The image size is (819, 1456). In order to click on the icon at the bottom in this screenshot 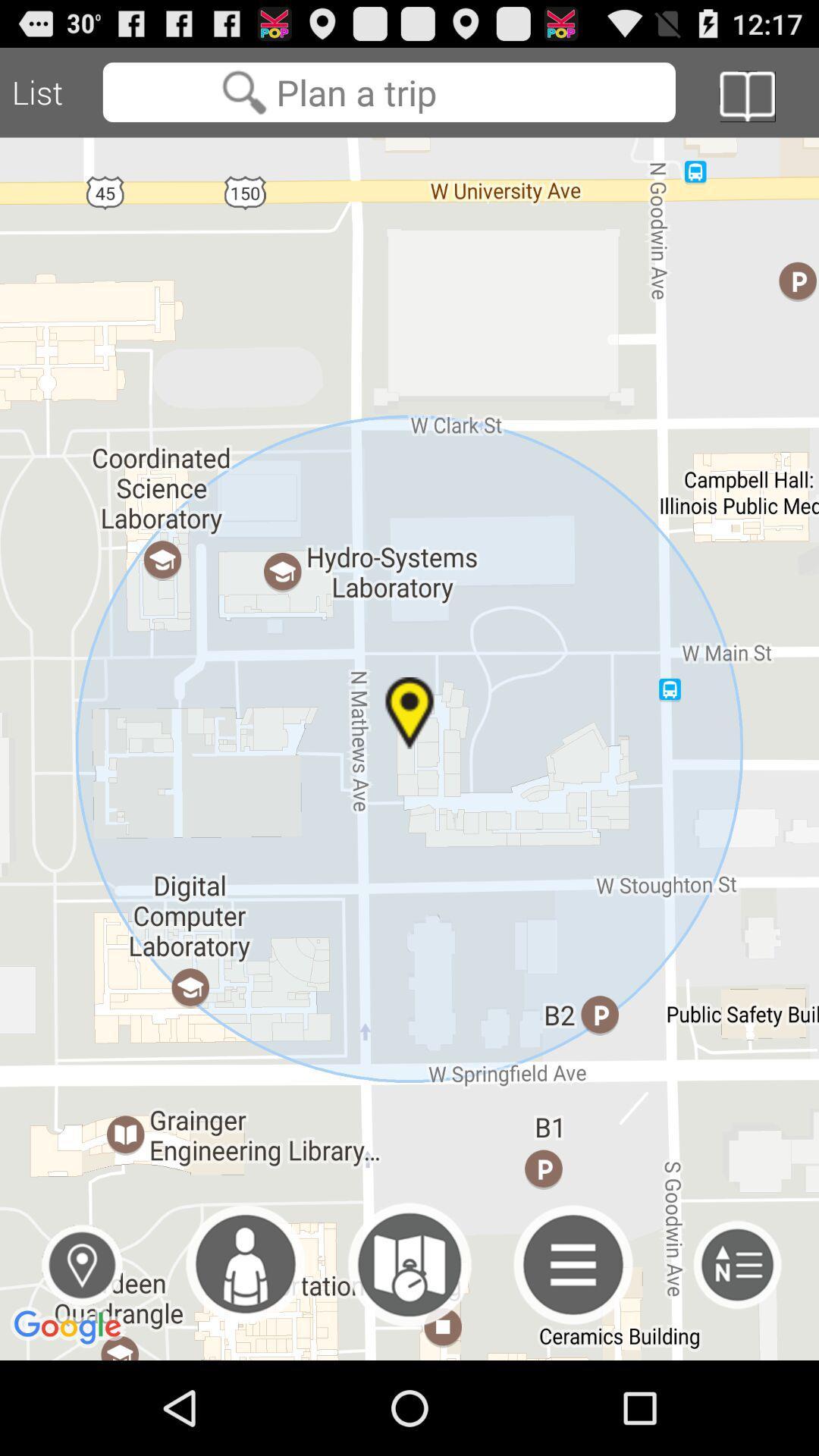, I will do `click(409, 1265)`.